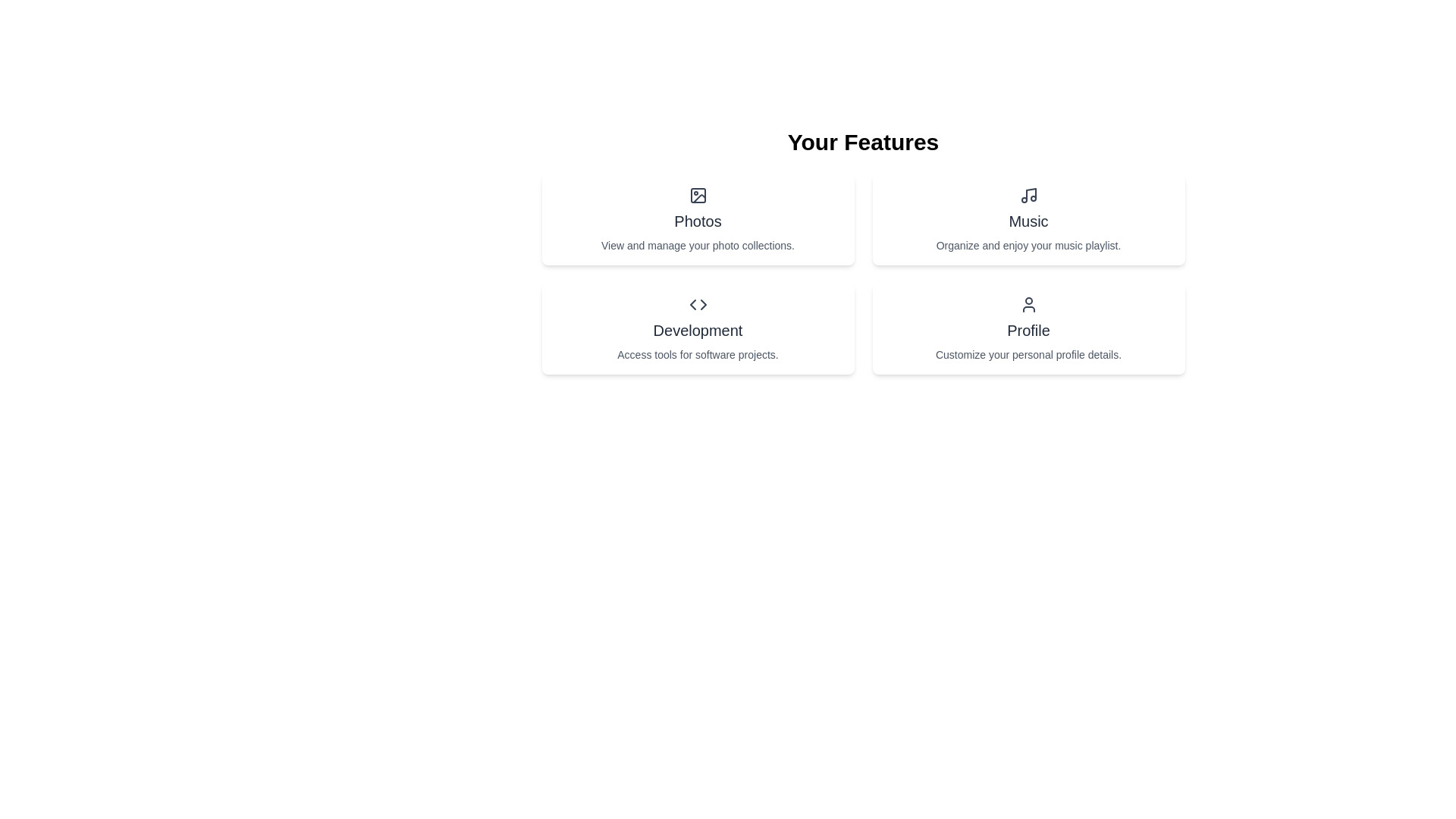 Image resolution: width=1456 pixels, height=819 pixels. I want to click on the text label that titles the card section related to development tools, located below a graphic representation of angle brackets ('<>') in the bottom-left quadrant of the grid, so click(697, 329).